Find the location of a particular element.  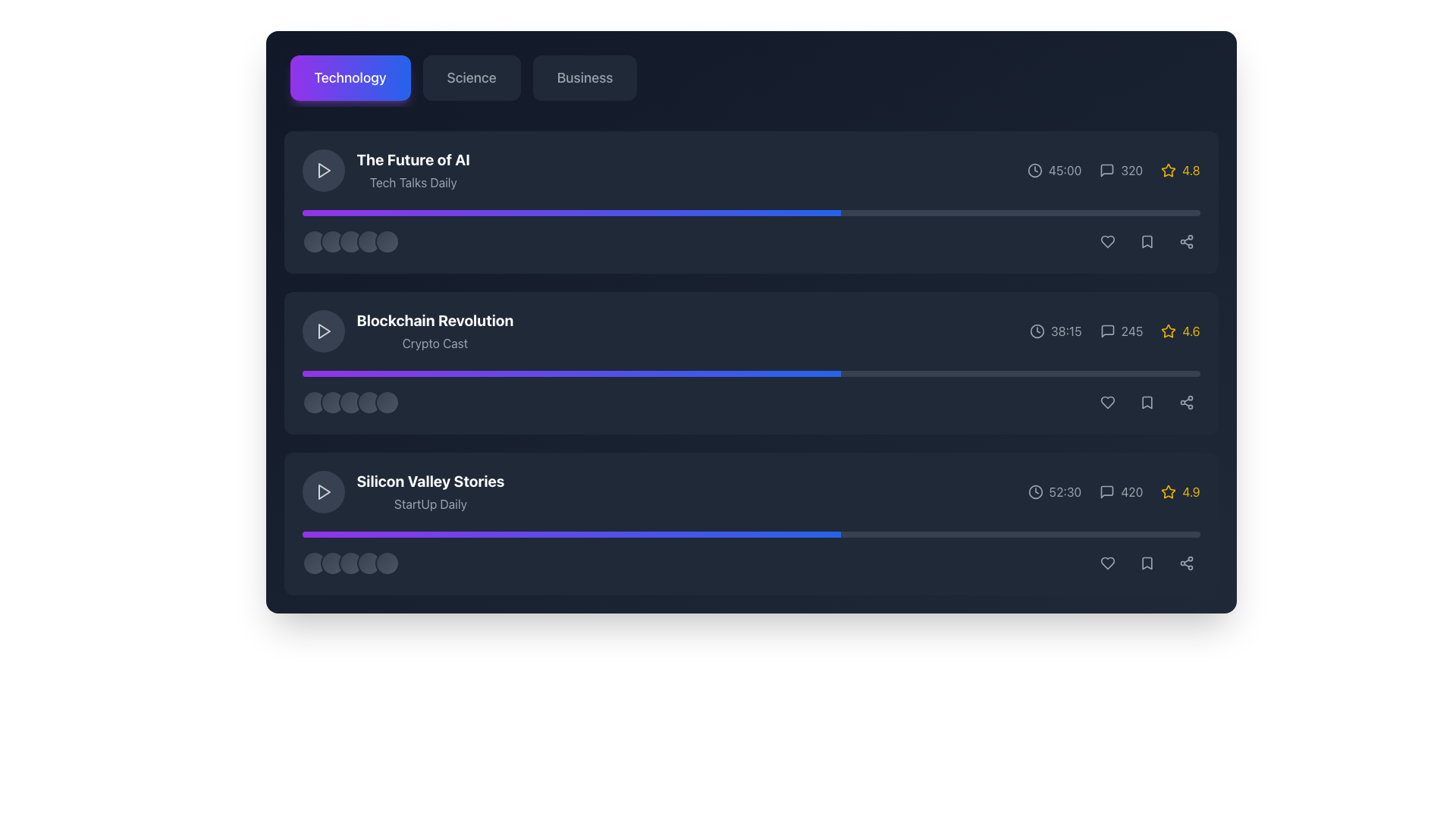

the third circular progress indicator in the 'Blockchain Revolution' section, which visually represents progress in a sequence of five elements is located at coordinates (350, 402).